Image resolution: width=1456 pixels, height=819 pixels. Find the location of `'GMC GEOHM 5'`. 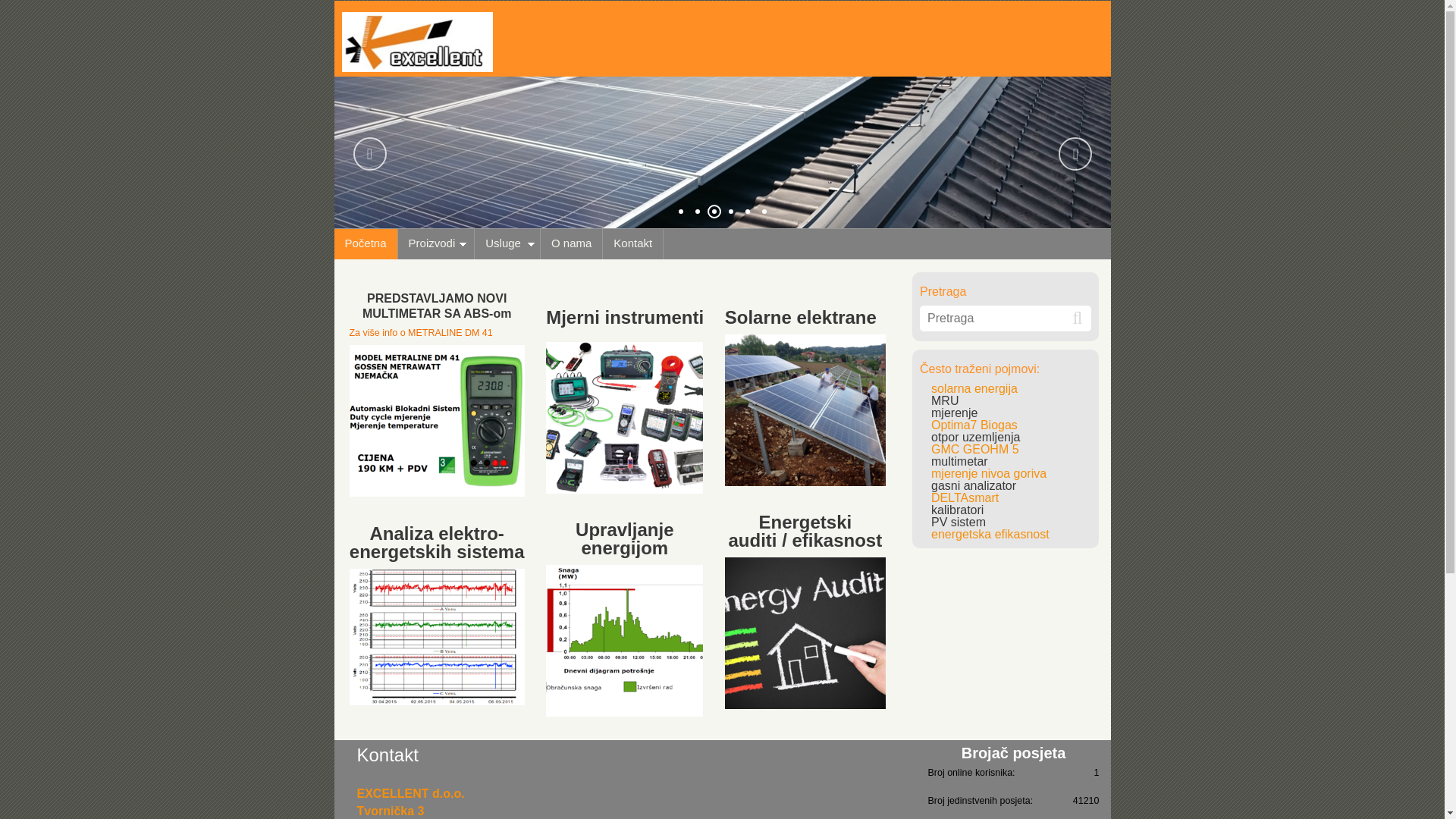

'GMC GEOHM 5' is located at coordinates (975, 448).